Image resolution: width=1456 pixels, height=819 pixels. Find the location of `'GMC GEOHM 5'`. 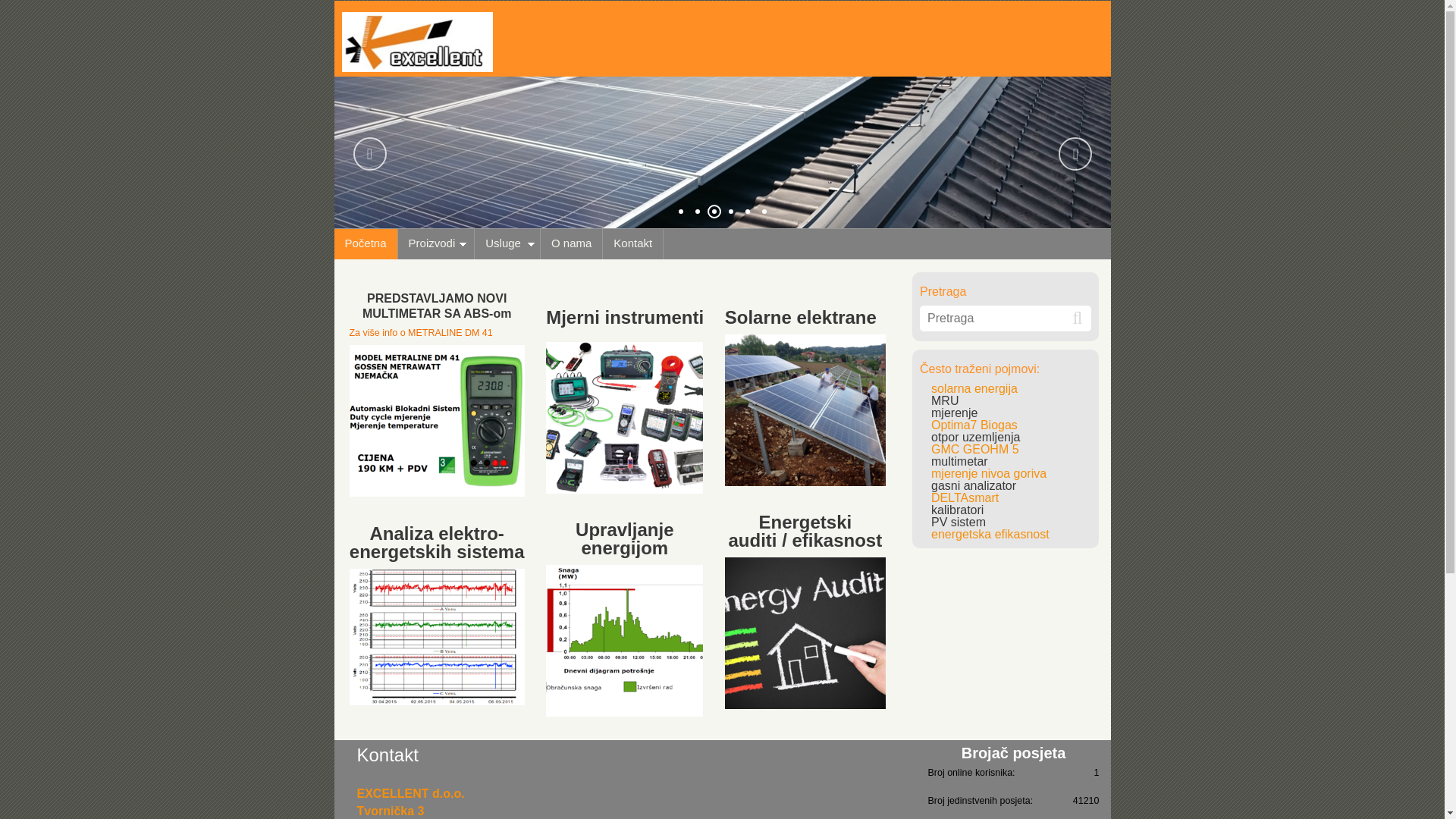

'GMC GEOHM 5' is located at coordinates (975, 448).